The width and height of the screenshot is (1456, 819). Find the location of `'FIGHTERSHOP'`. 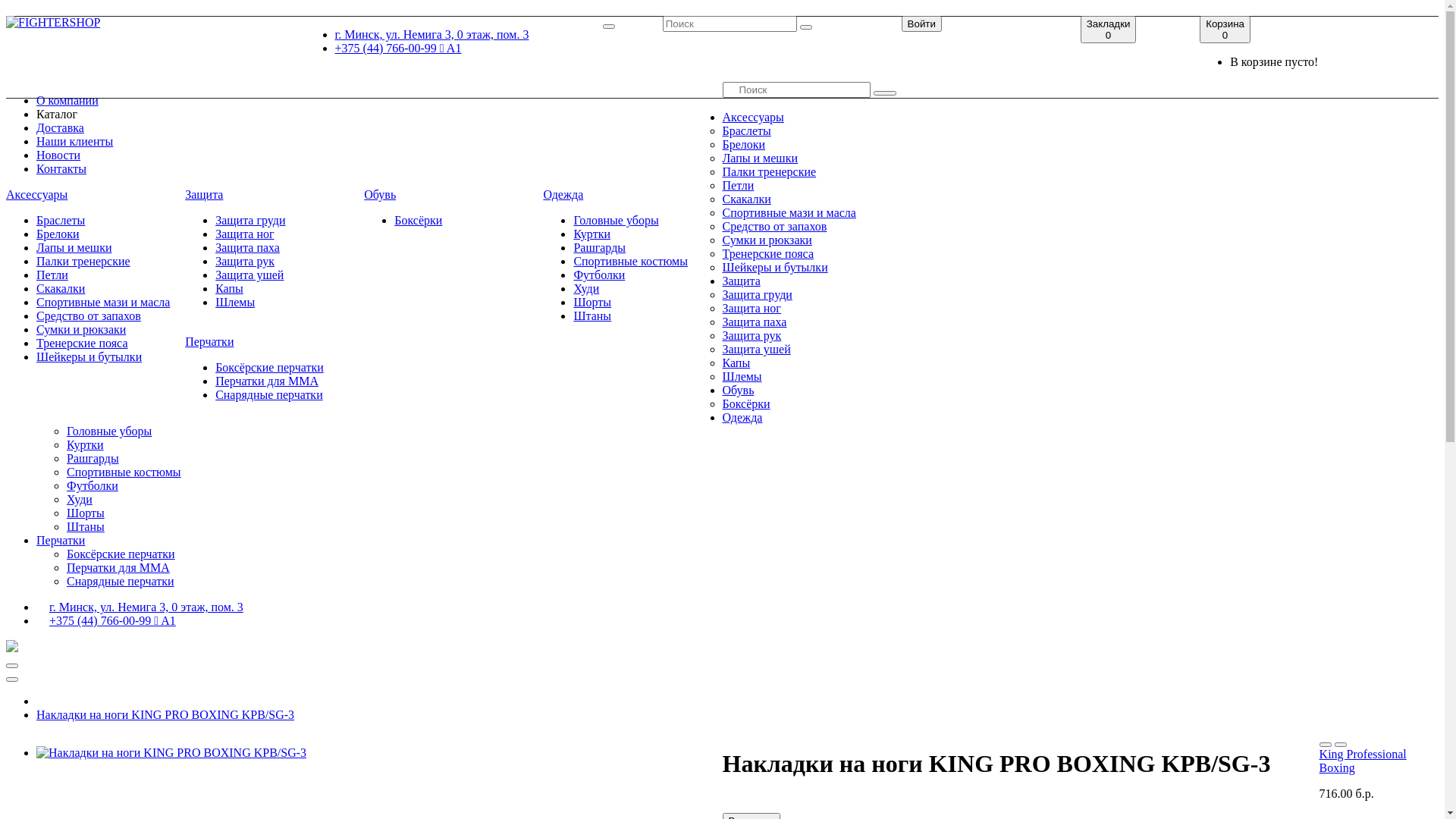

'FIGHTERSHOP' is located at coordinates (53, 23).